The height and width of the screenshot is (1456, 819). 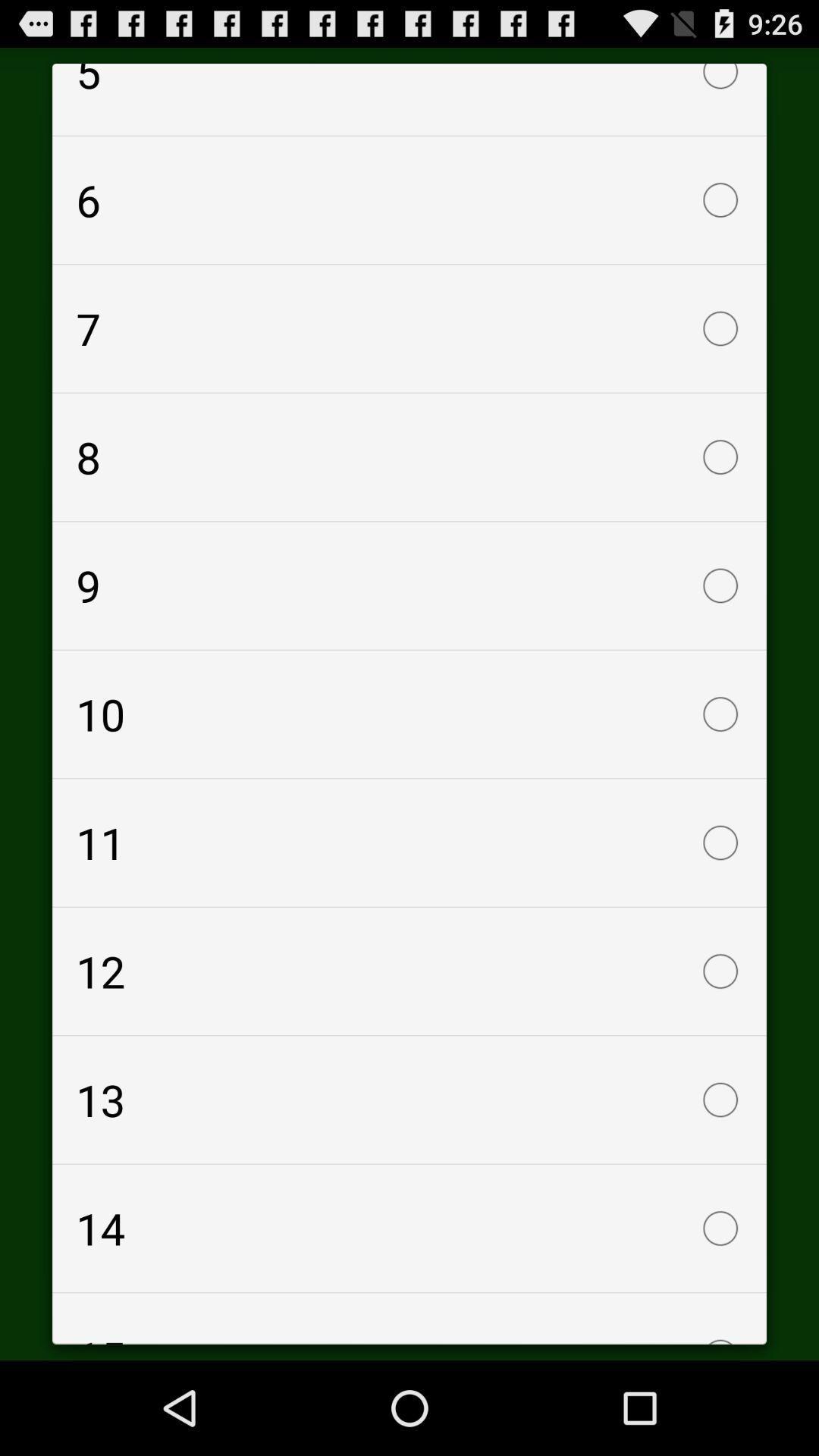 What do you see at coordinates (409, 328) in the screenshot?
I see `the 7 item` at bounding box center [409, 328].